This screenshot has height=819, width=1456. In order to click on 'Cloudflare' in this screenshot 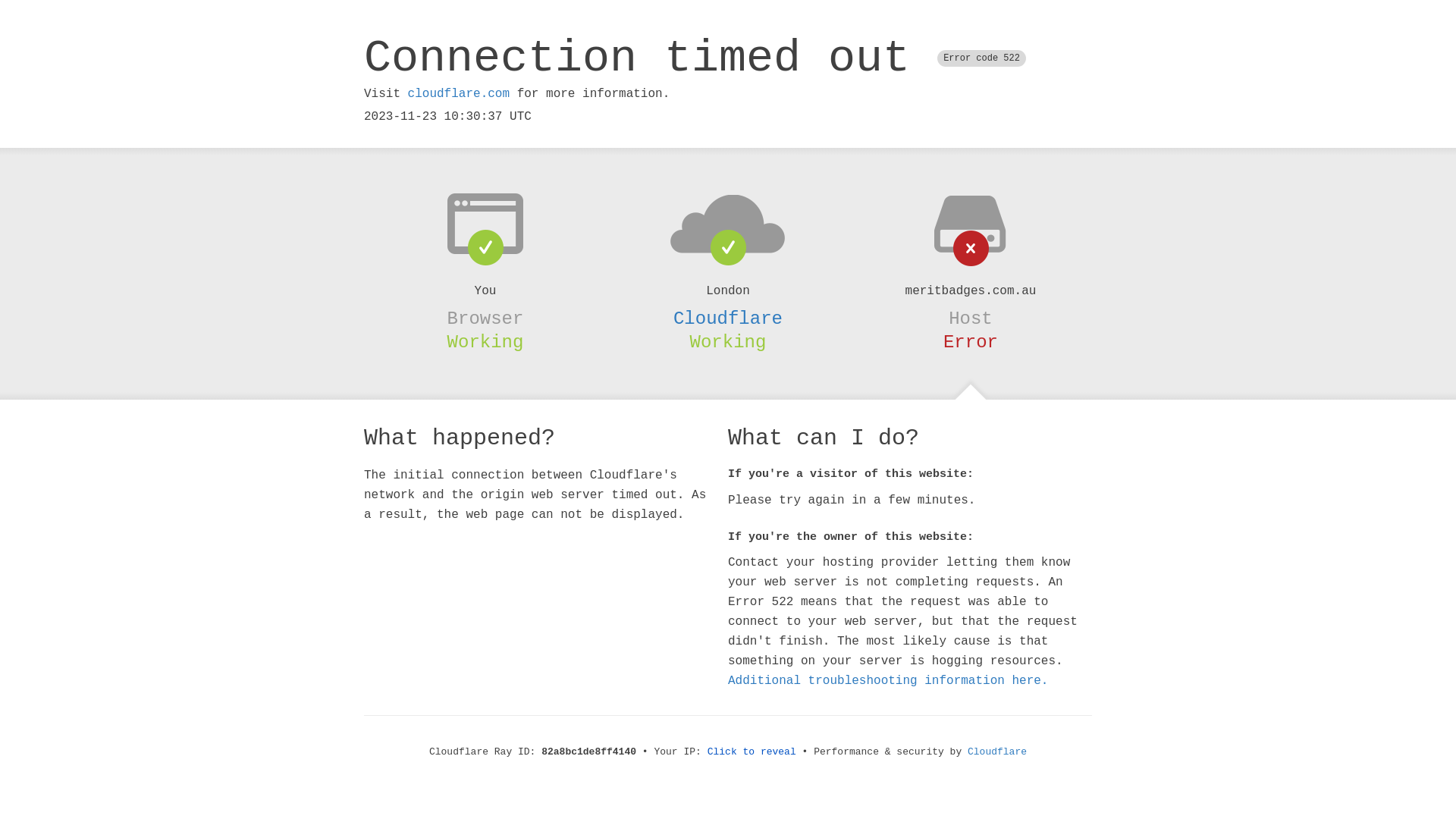, I will do `click(728, 318)`.